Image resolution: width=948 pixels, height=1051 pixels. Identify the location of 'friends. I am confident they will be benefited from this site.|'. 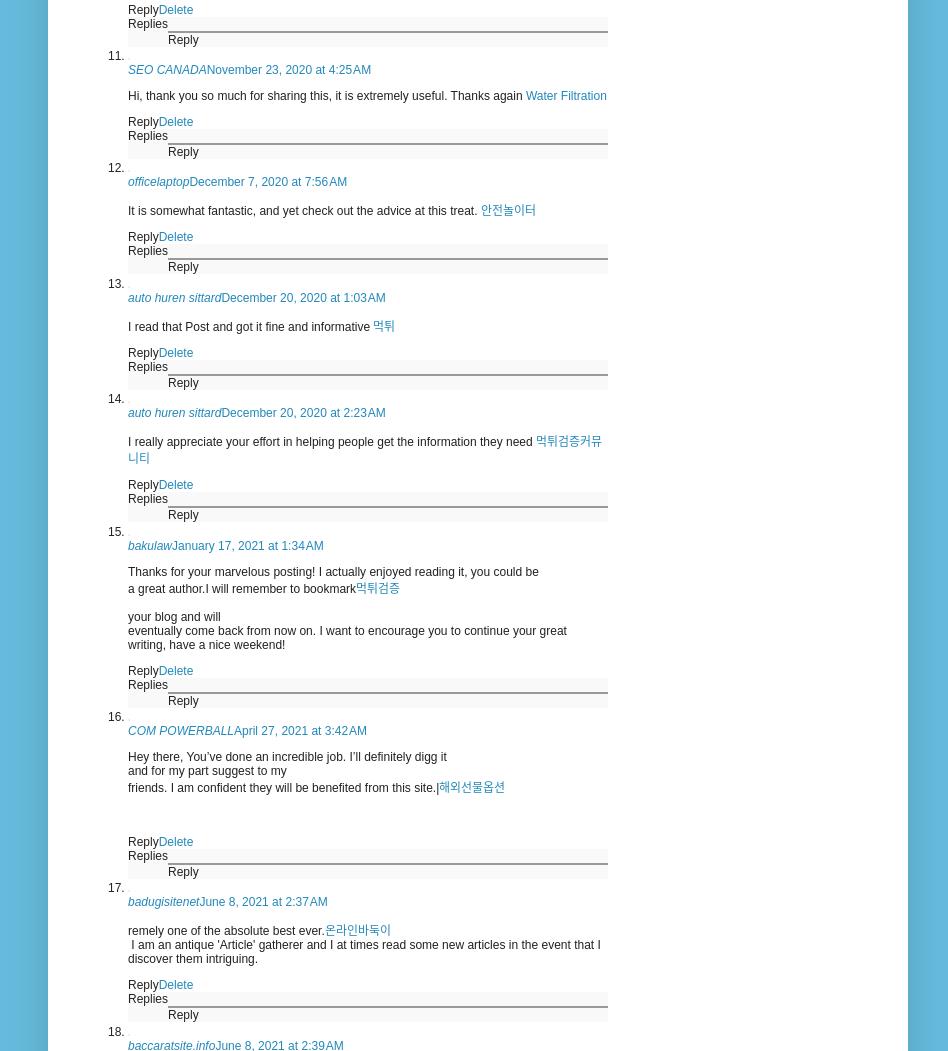
(283, 787).